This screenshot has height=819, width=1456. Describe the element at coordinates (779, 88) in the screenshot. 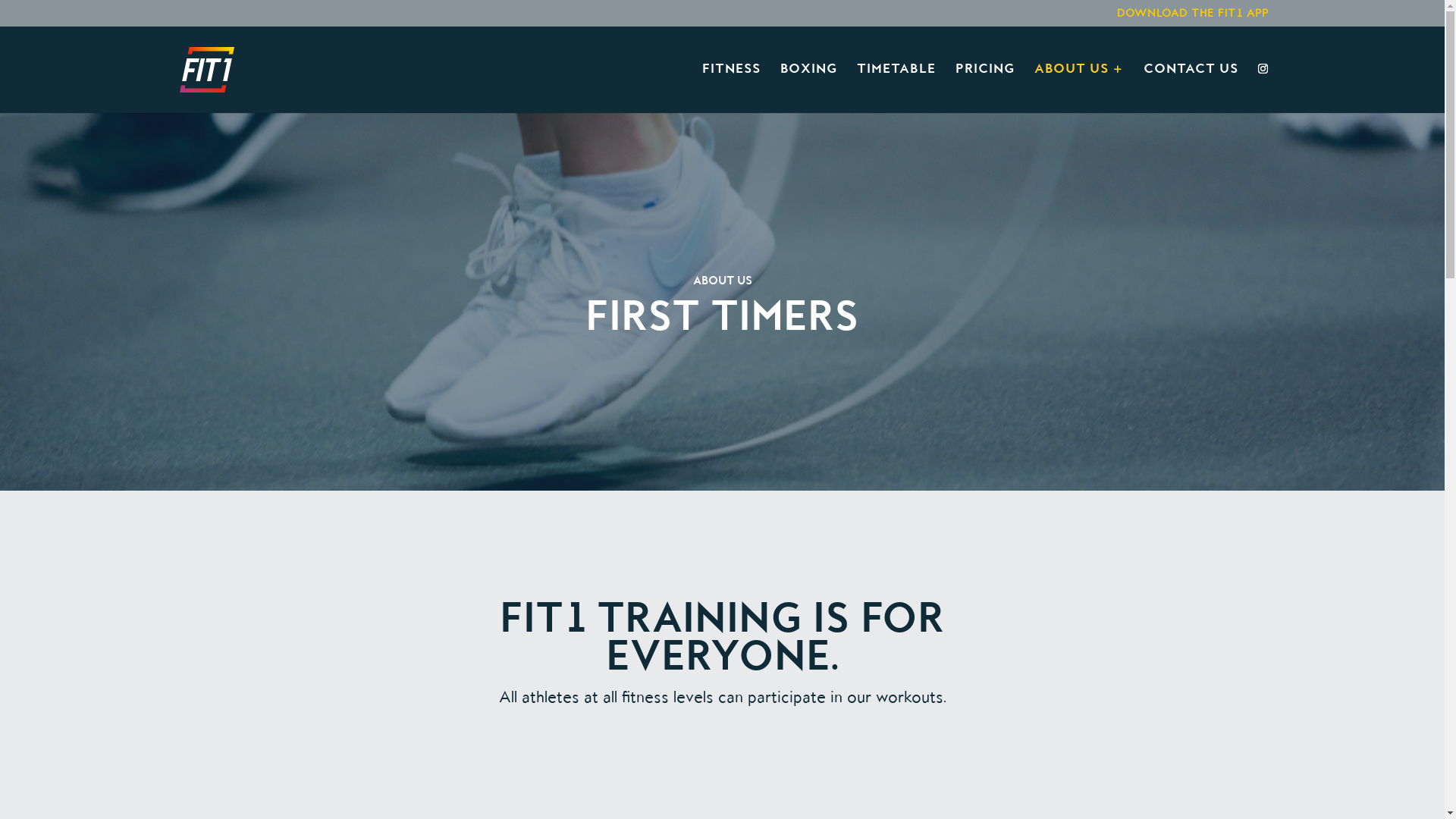

I see `'BOXING'` at that location.